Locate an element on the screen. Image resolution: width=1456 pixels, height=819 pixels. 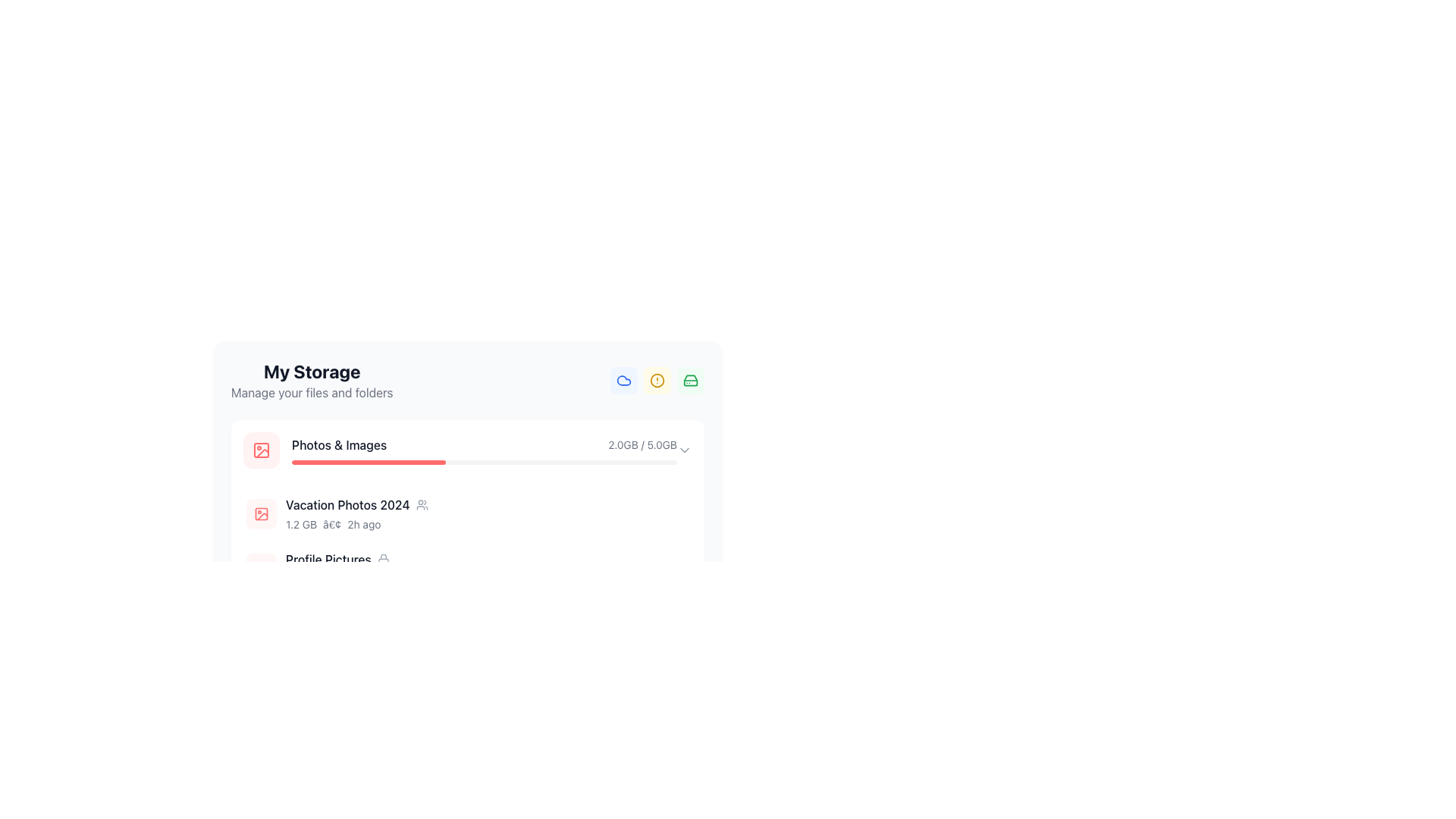
the text label providing the title or name for a storage category or item, located in the third row under the 'My Storage' header, with an SVG lock icon to the right is located at coordinates (328, 559).